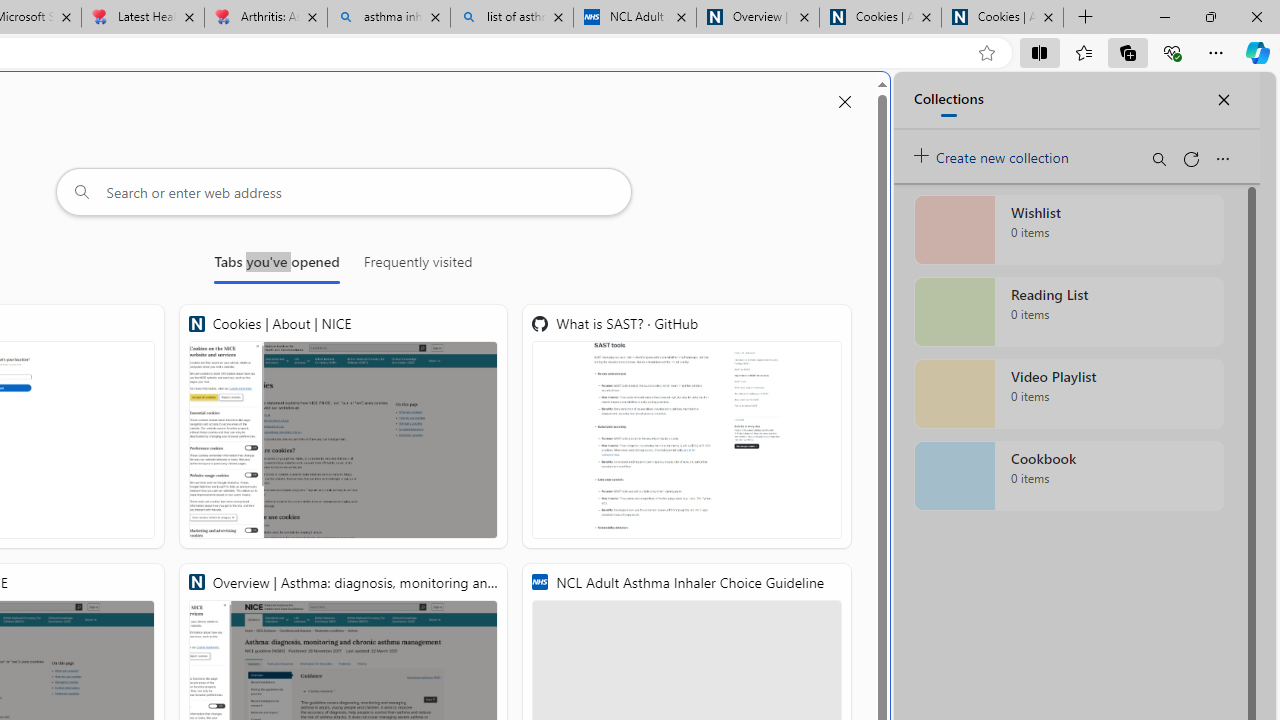  I want to click on 'list of asthma inhalers uk - Search', so click(512, 17).